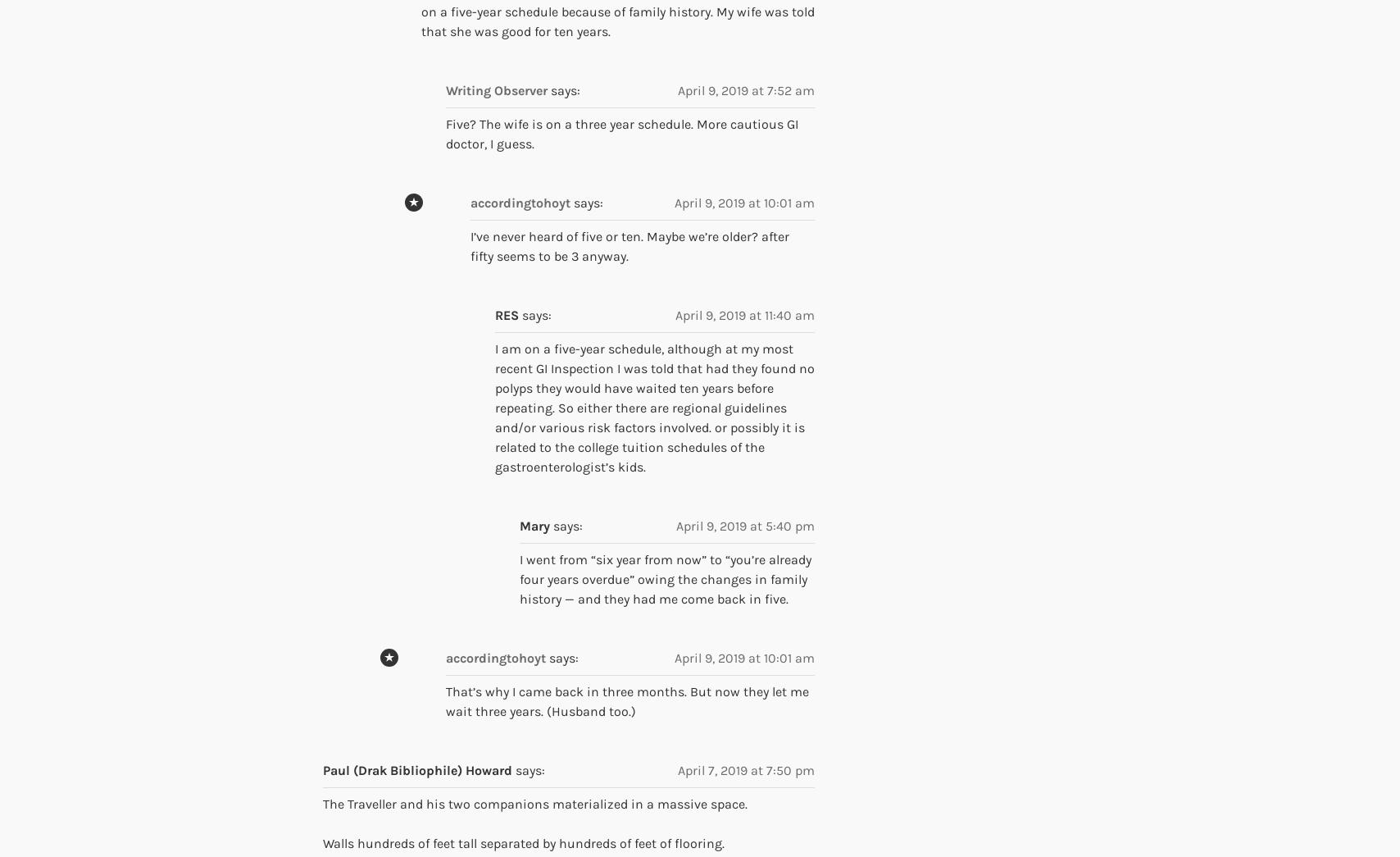  I want to click on 'April 9, 2019 at 11:40 am', so click(744, 314).